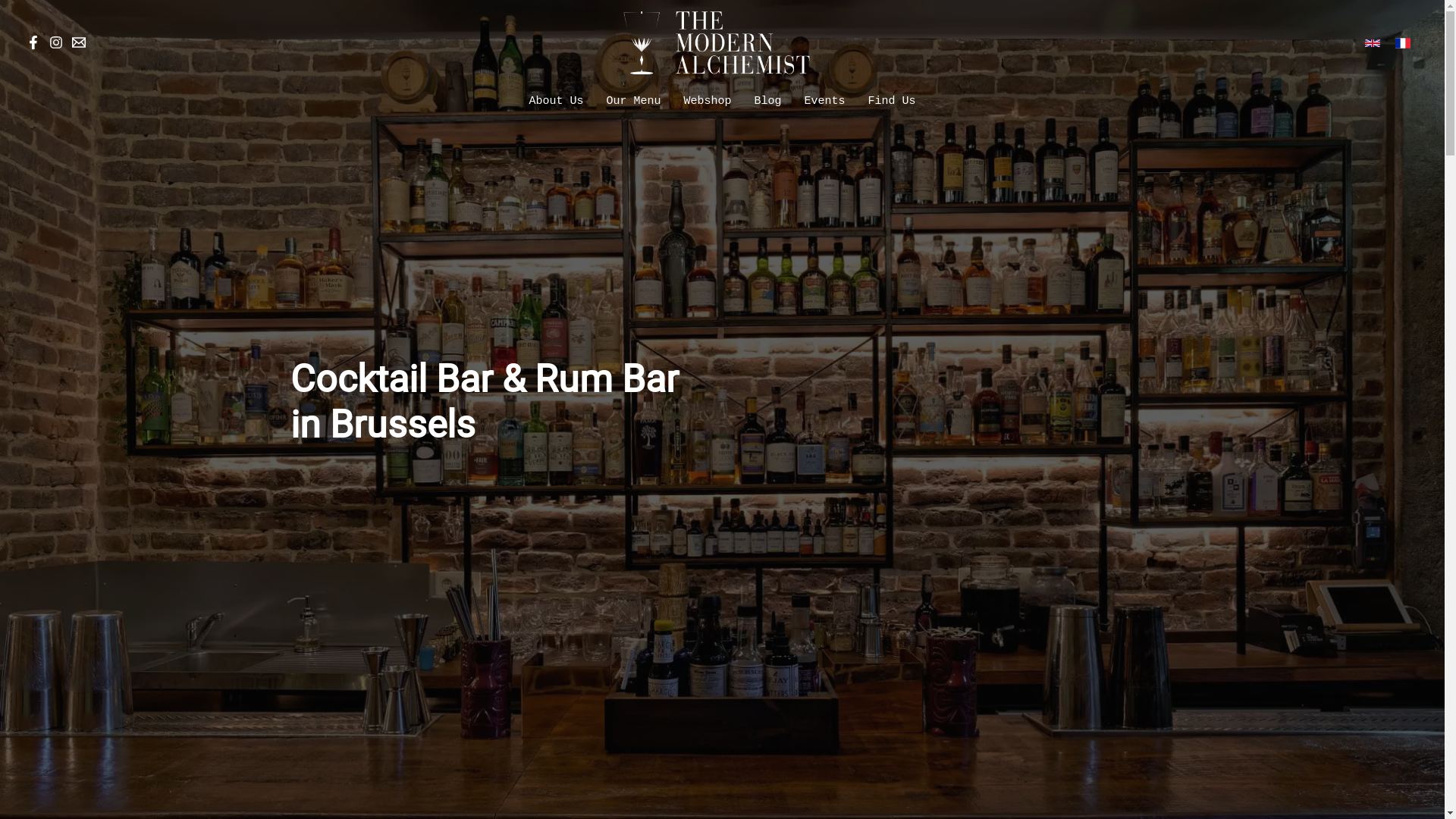 The width and height of the screenshot is (1456, 819). I want to click on 'About Us', so click(555, 101).